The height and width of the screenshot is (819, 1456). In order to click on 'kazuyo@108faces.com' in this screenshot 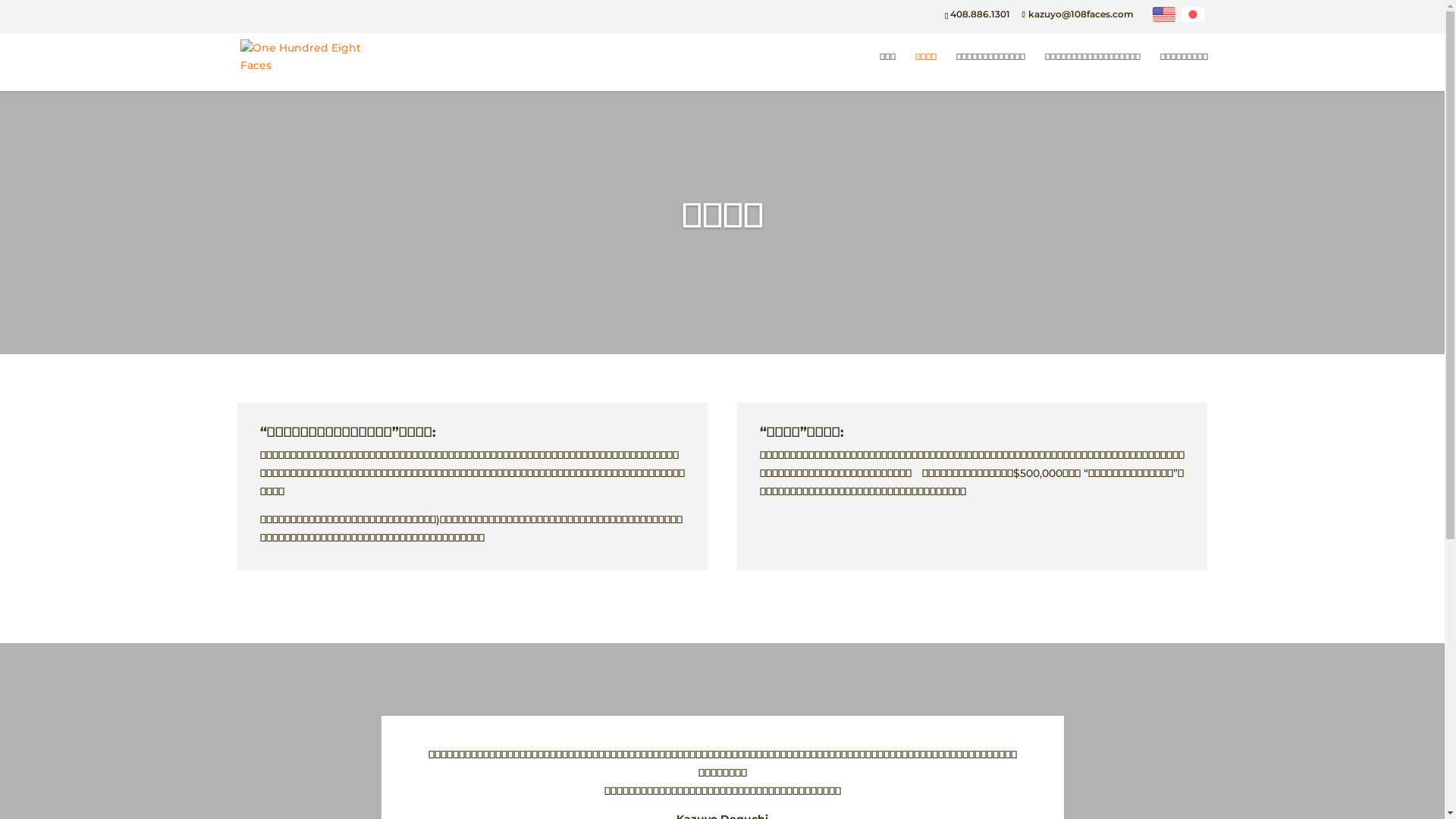, I will do `click(1077, 14)`.